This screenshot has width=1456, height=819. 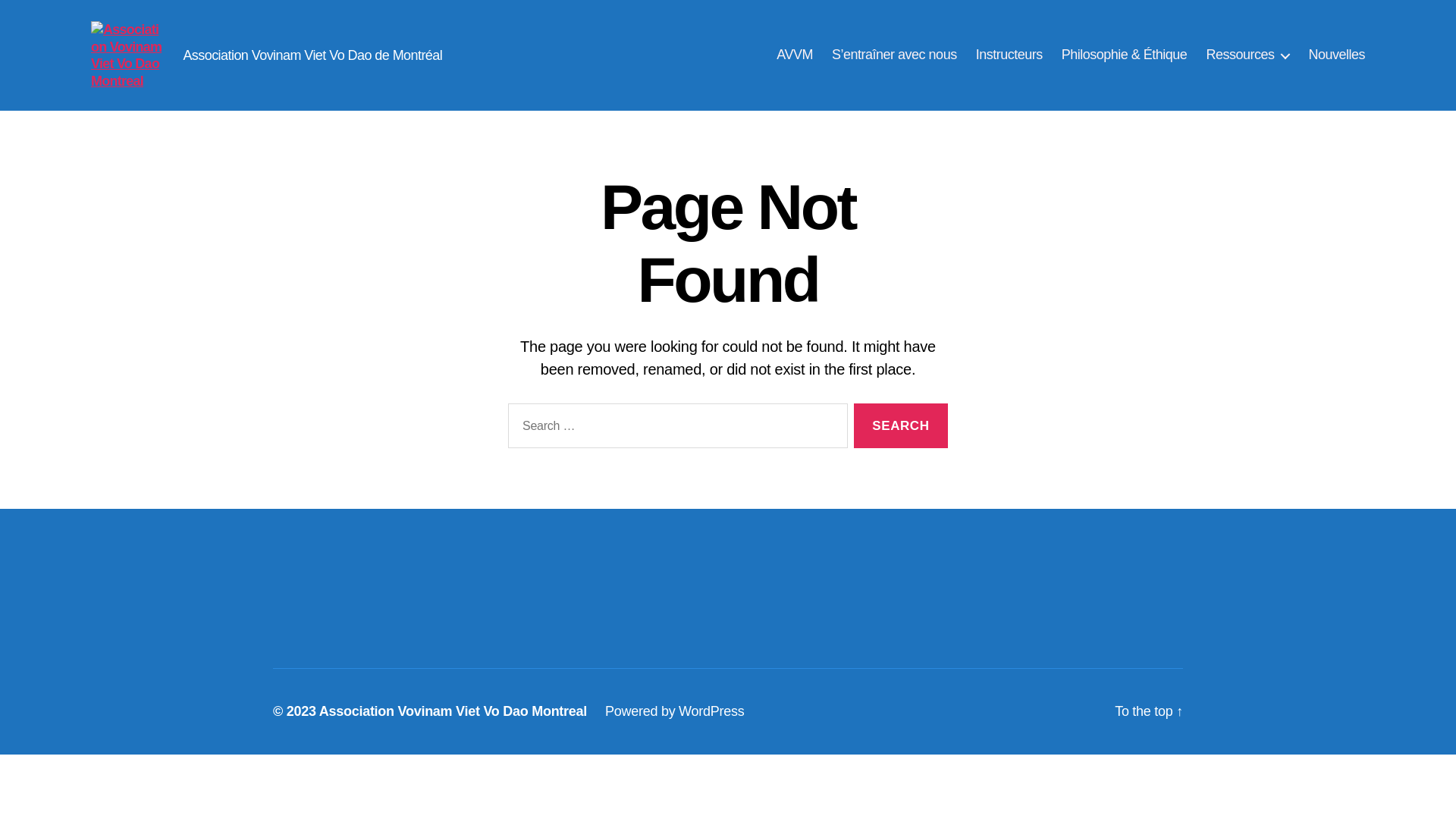 I want to click on 'Ressources', so click(x=1247, y=55).